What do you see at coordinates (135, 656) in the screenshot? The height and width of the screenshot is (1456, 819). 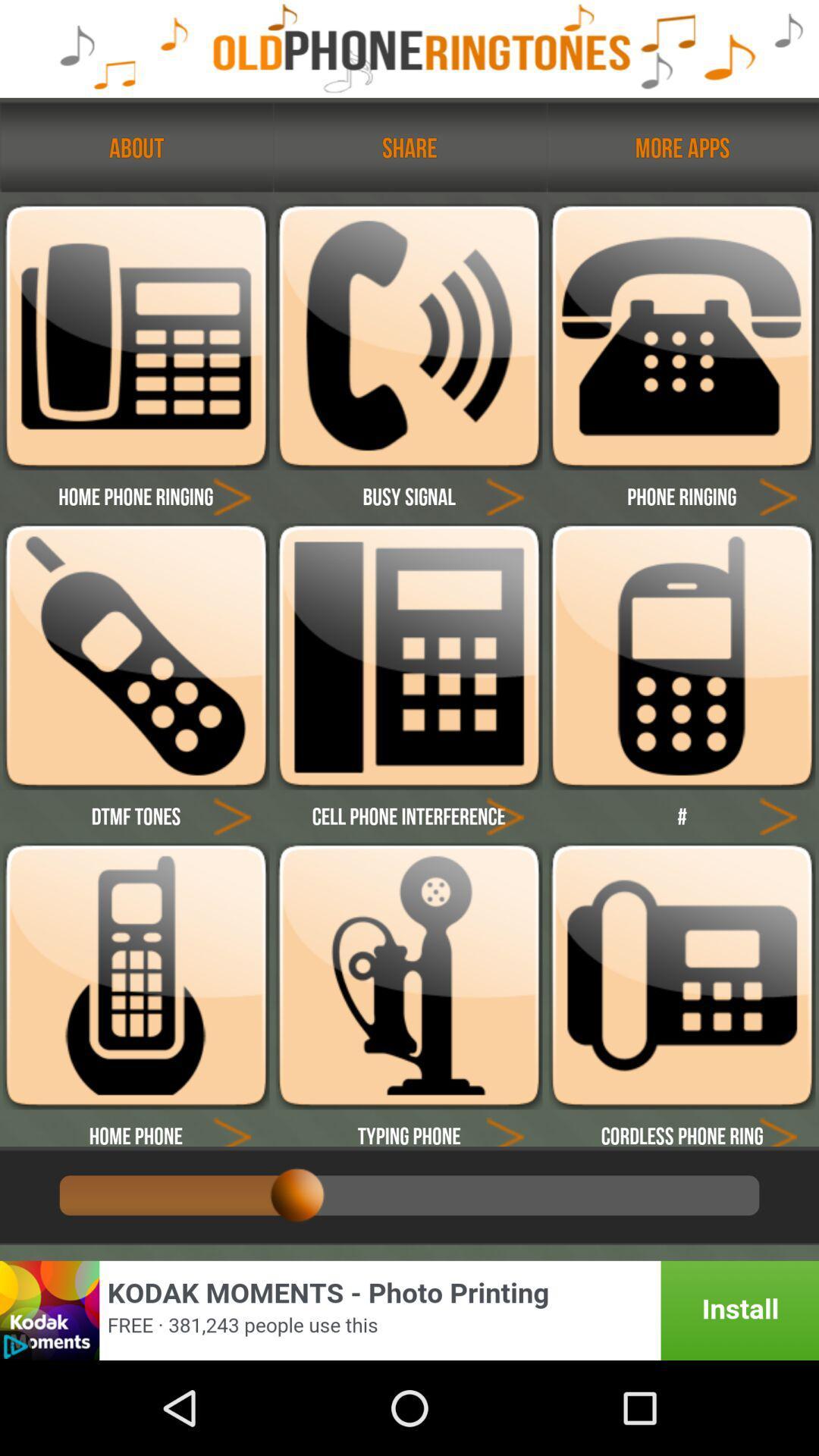 I see `dtmf tones` at bounding box center [135, 656].